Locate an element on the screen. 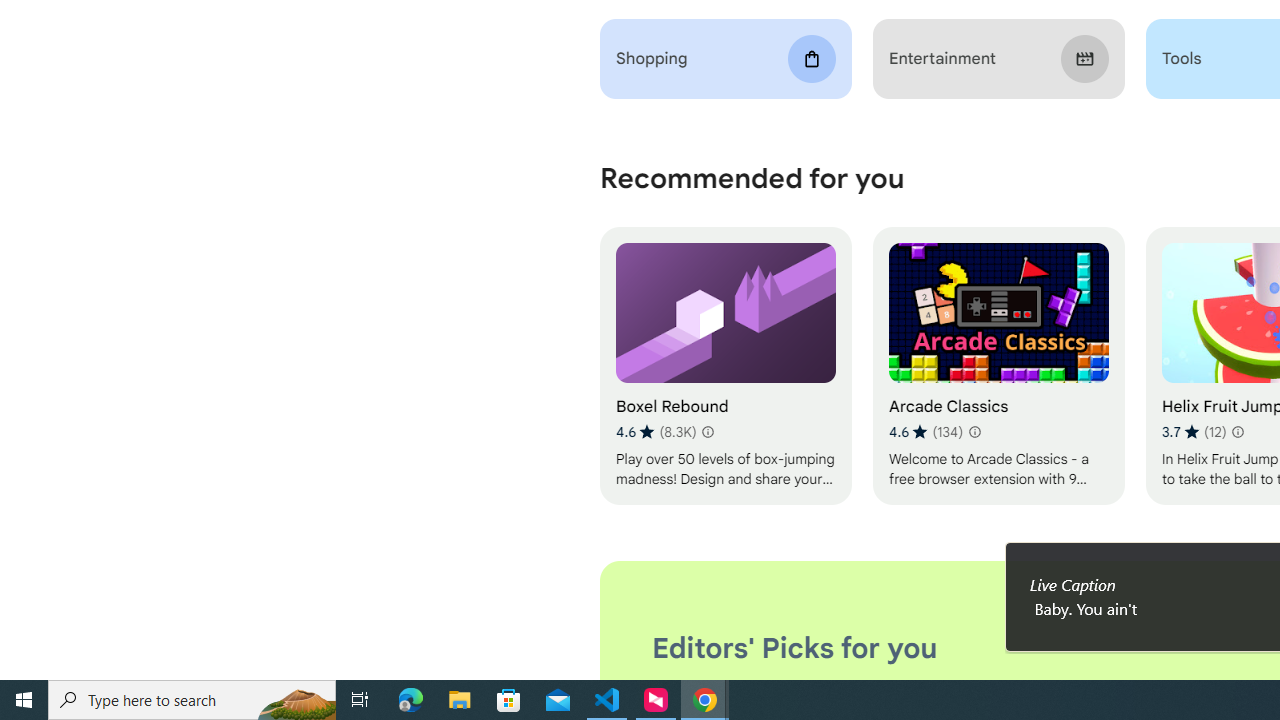 Image resolution: width=1280 pixels, height=720 pixels. 'Average rating 3.7 out of 5 stars. 12 ratings.' is located at coordinates (1194, 431).